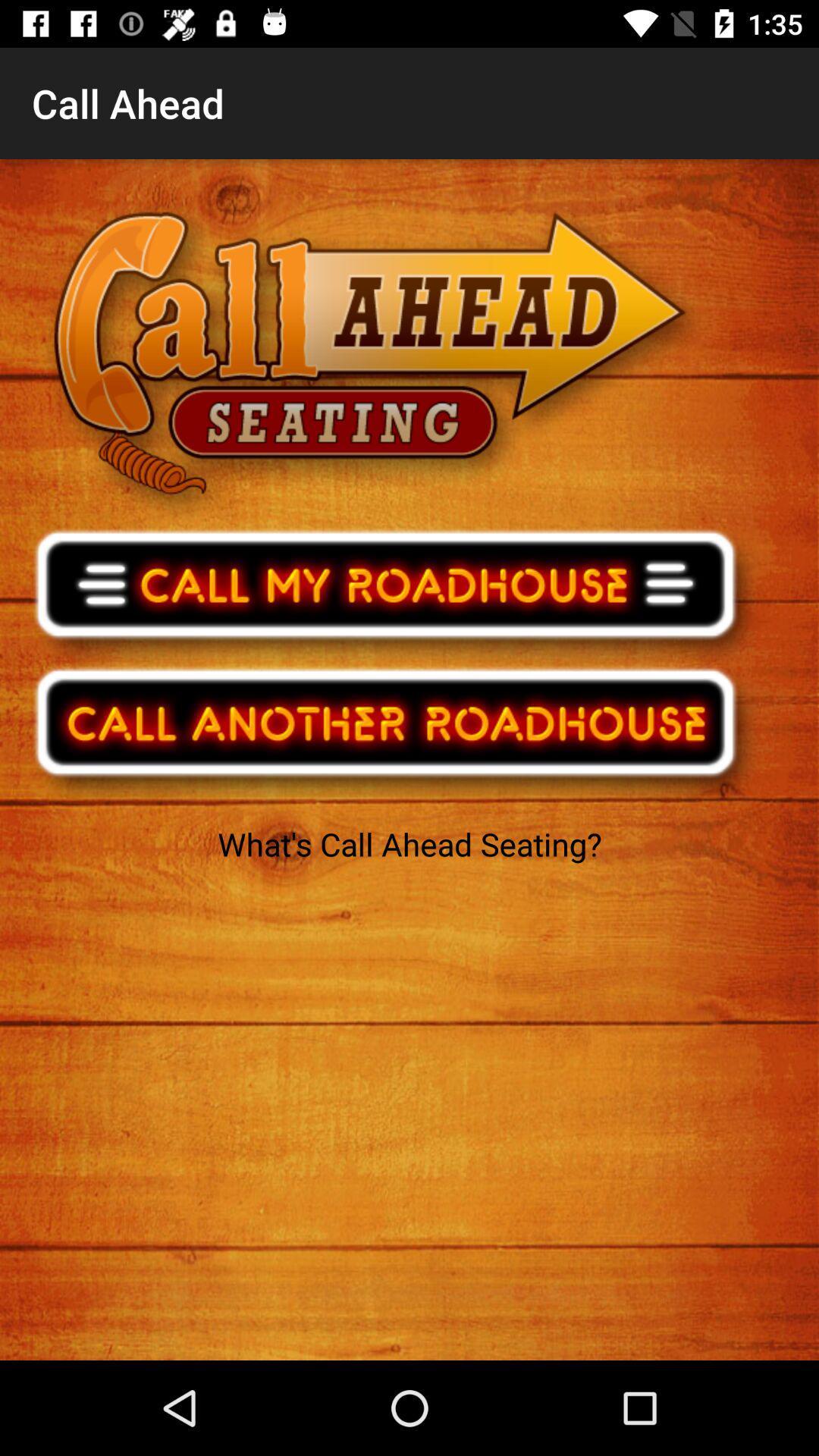 This screenshot has width=819, height=1456. I want to click on initiate phone call option, so click(395, 592).